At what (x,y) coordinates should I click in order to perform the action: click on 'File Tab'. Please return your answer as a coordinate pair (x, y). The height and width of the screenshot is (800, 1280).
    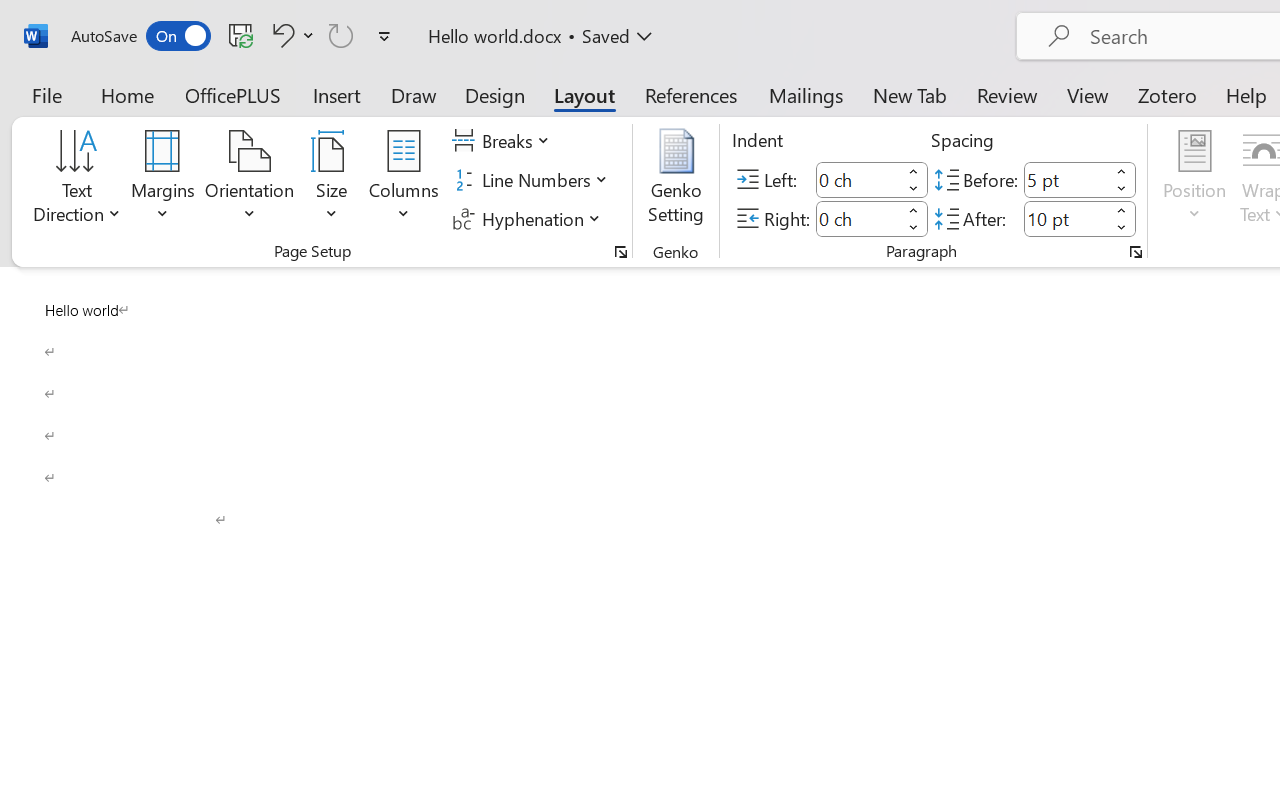
    Looking at the image, I should click on (46, 94).